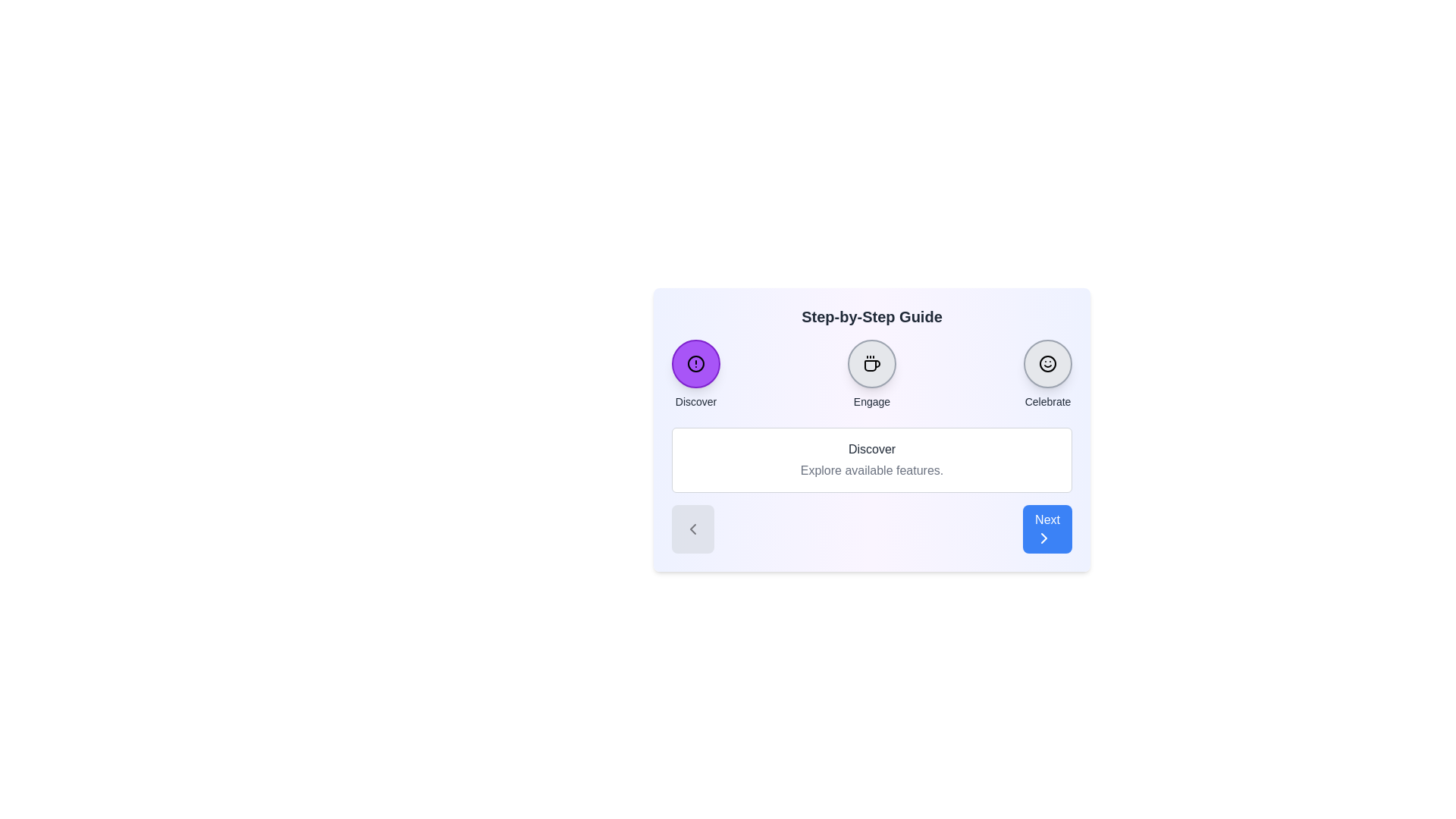 This screenshot has width=1456, height=819. What do you see at coordinates (872, 470) in the screenshot?
I see `the descriptive subtitle text display located below the 'Discover' text within a white card bordered with a gray outline` at bounding box center [872, 470].